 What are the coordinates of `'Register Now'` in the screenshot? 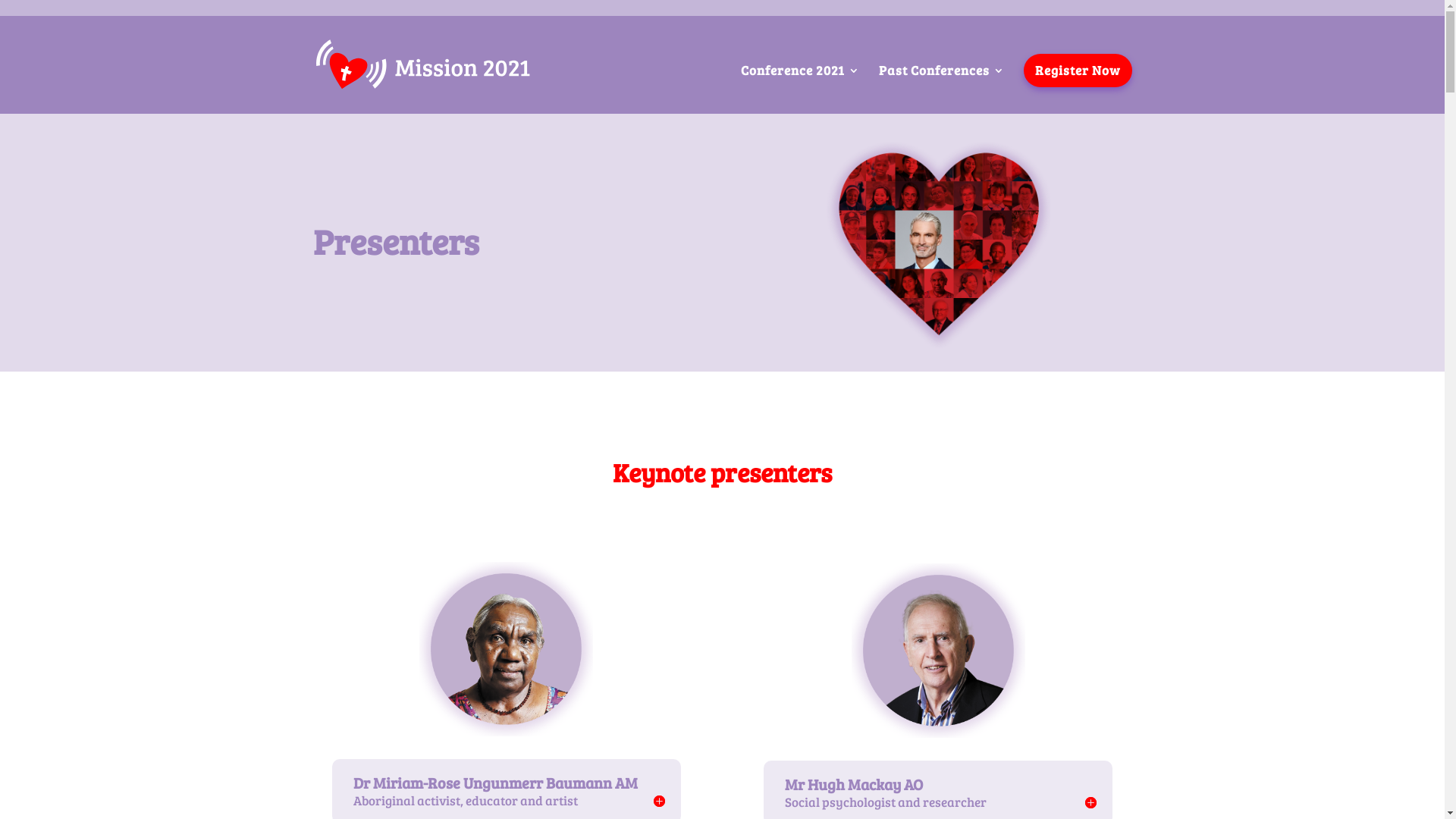 It's located at (1077, 70).